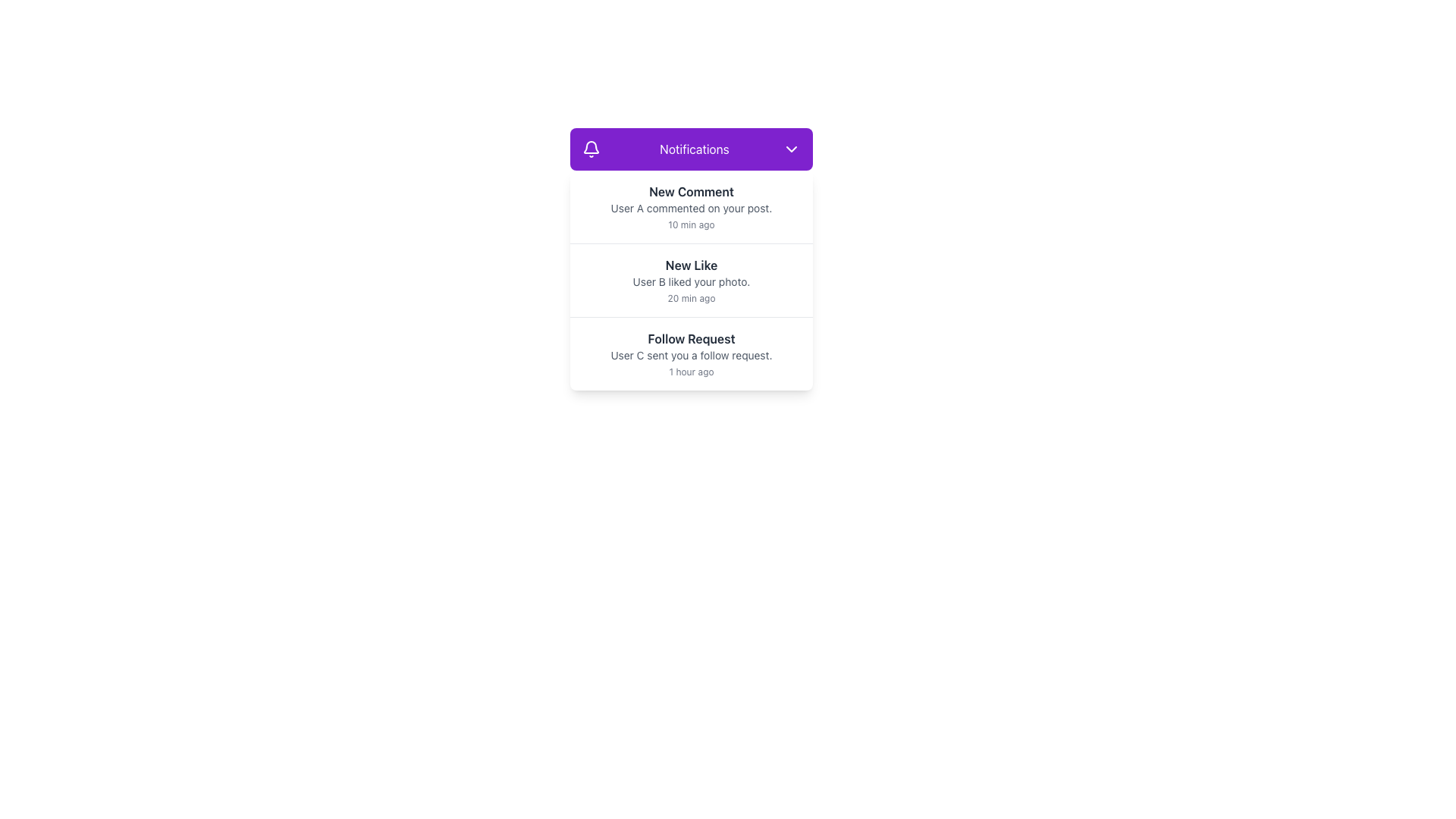 The height and width of the screenshot is (819, 1456). What do you see at coordinates (691, 281) in the screenshot?
I see `the second notification that informs the user about a like received on their photo, which is positioned between the 'New Comment' notification and the 'Follow Request' notification` at bounding box center [691, 281].